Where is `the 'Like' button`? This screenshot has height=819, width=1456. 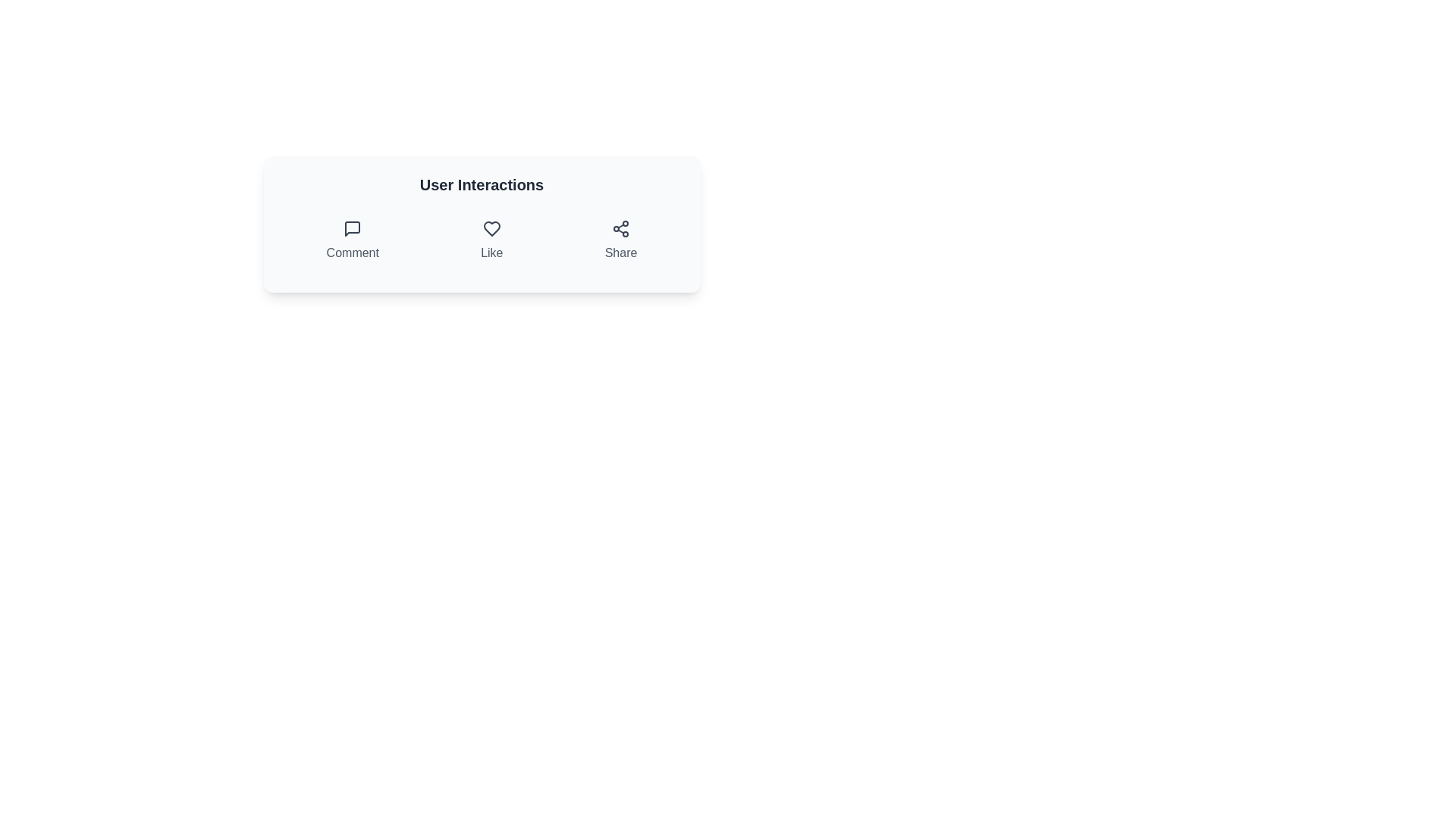
the 'Like' button is located at coordinates (491, 240).